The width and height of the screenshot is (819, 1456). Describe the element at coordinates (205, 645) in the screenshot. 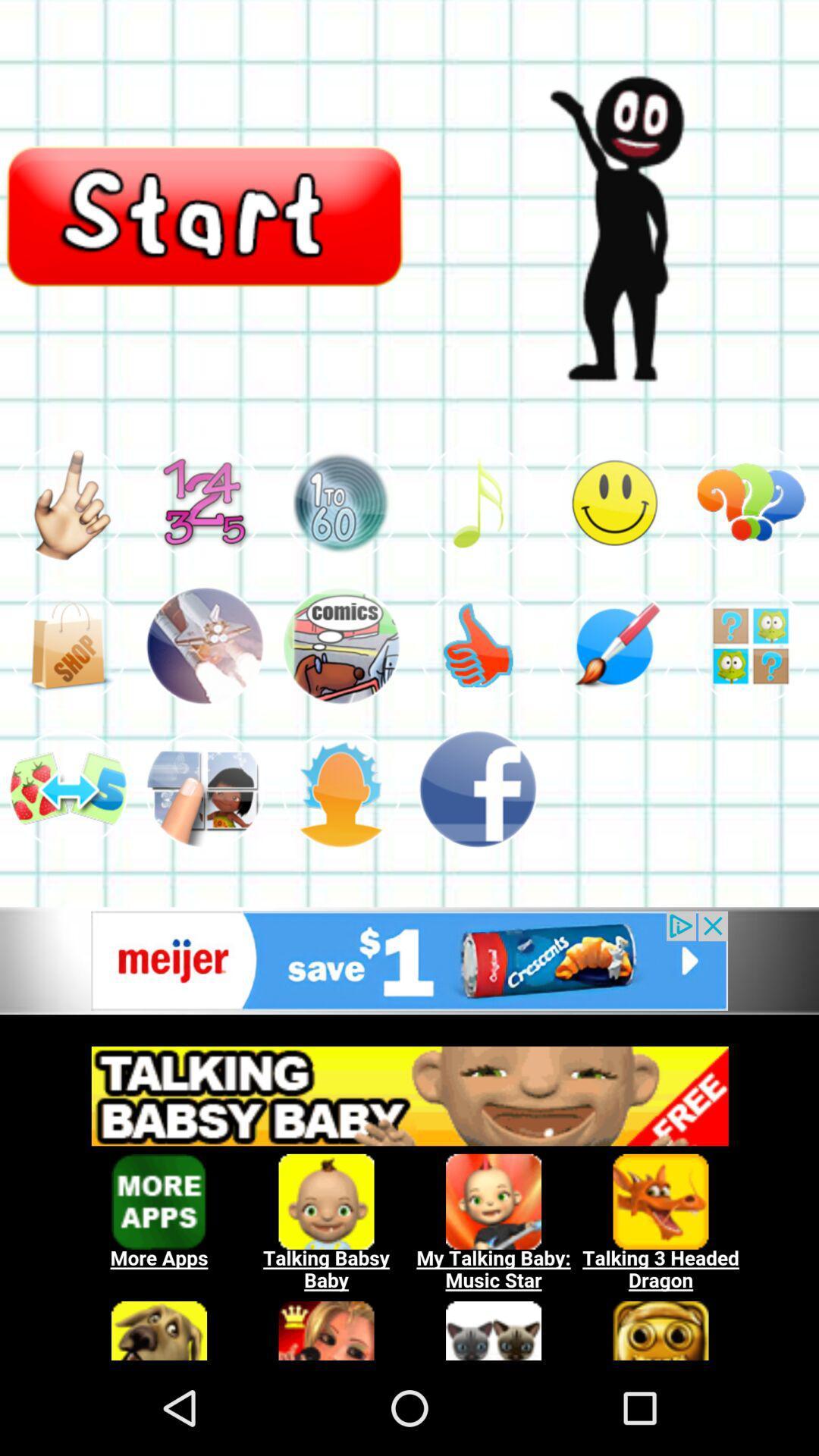

I see `click picture icon` at that location.